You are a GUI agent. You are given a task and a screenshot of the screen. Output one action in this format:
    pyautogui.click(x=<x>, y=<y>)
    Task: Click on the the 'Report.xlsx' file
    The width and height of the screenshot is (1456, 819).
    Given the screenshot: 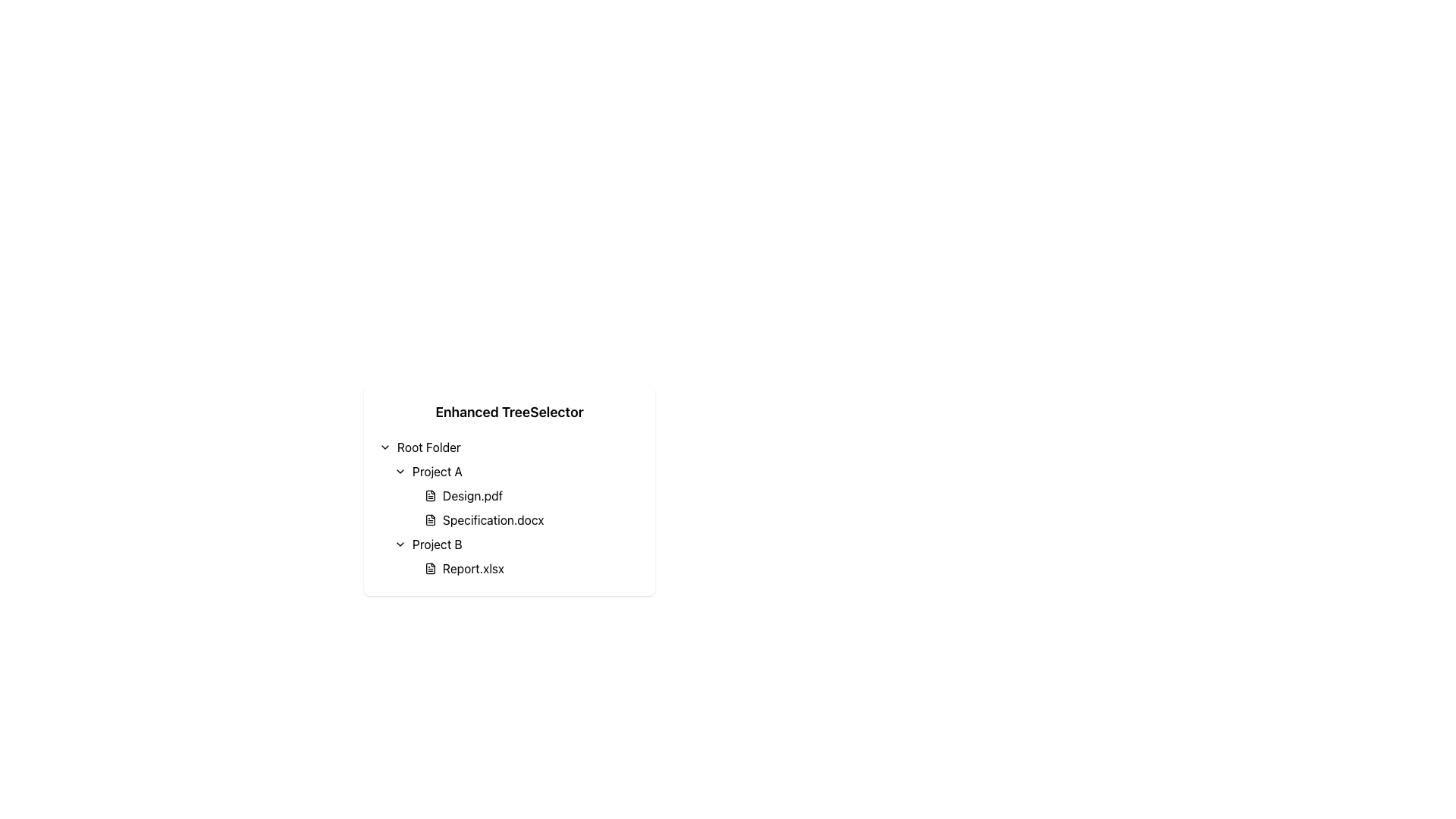 What is the action you would take?
    pyautogui.click(x=516, y=556)
    